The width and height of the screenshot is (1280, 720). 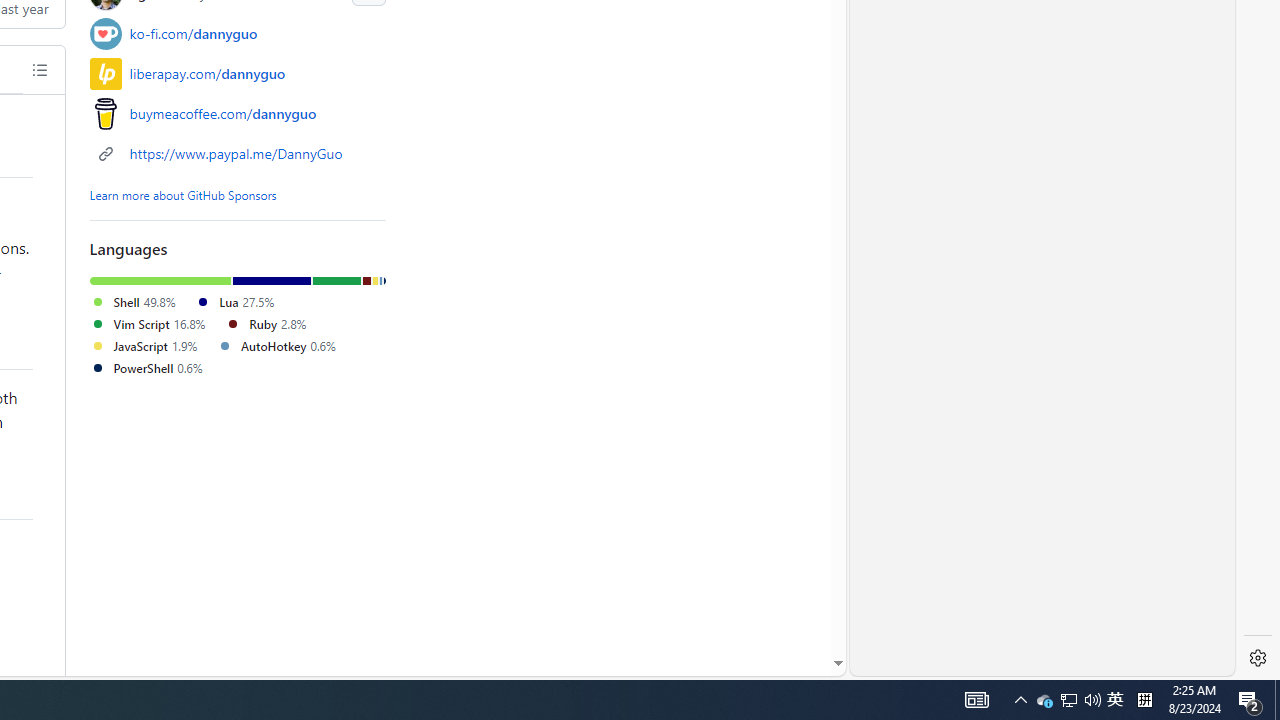 I want to click on 'JavaScript 1.9%', so click(x=143, y=344).